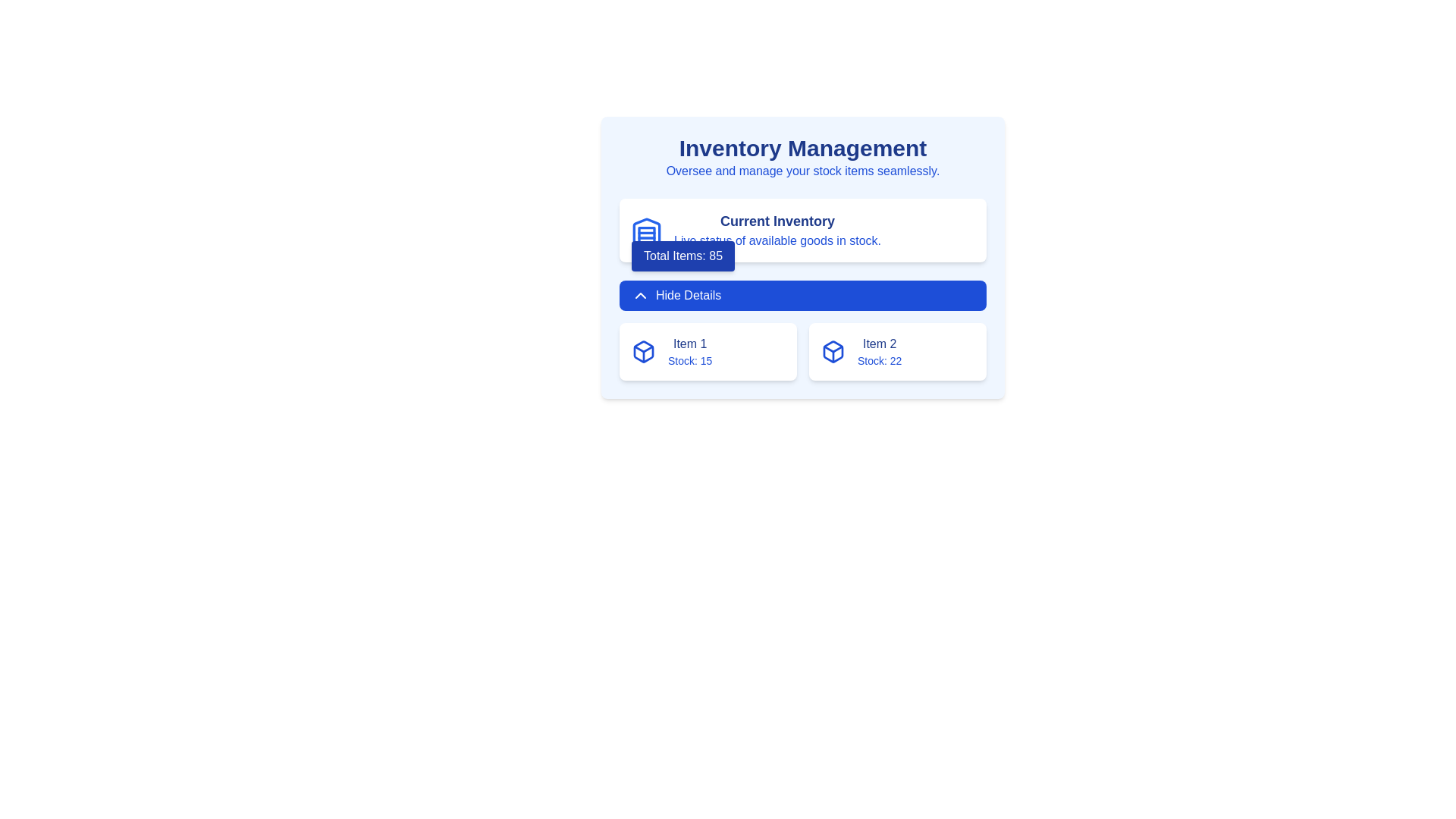  What do you see at coordinates (802, 149) in the screenshot?
I see `the main heading text label for the inventory management section, which provides immediate context about the content` at bounding box center [802, 149].